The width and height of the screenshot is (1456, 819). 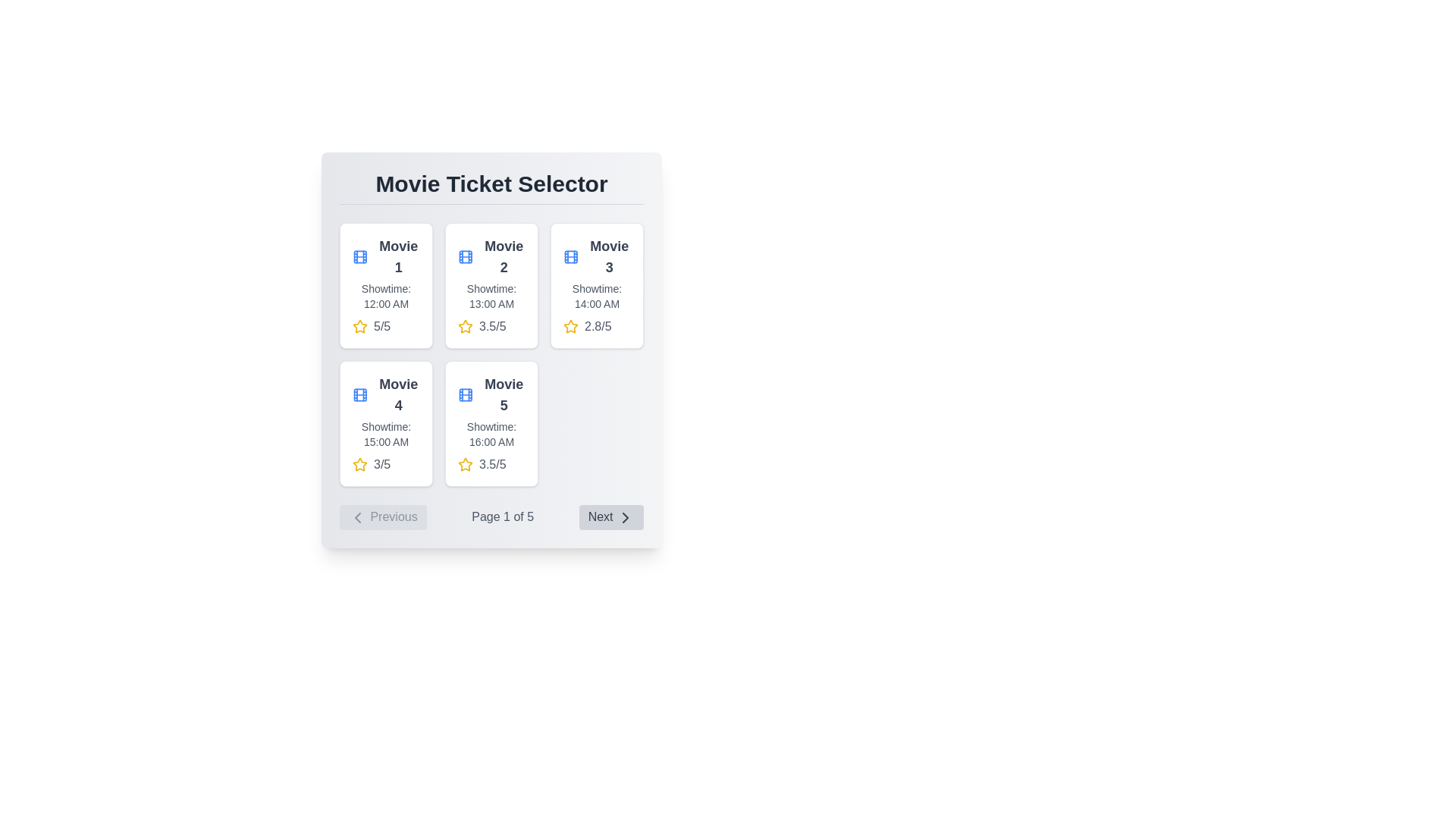 What do you see at coordinates (570, 256) in the screenshot?
I see `the interior rectangle of the movie reel icon` at bounding box center [570, 256].